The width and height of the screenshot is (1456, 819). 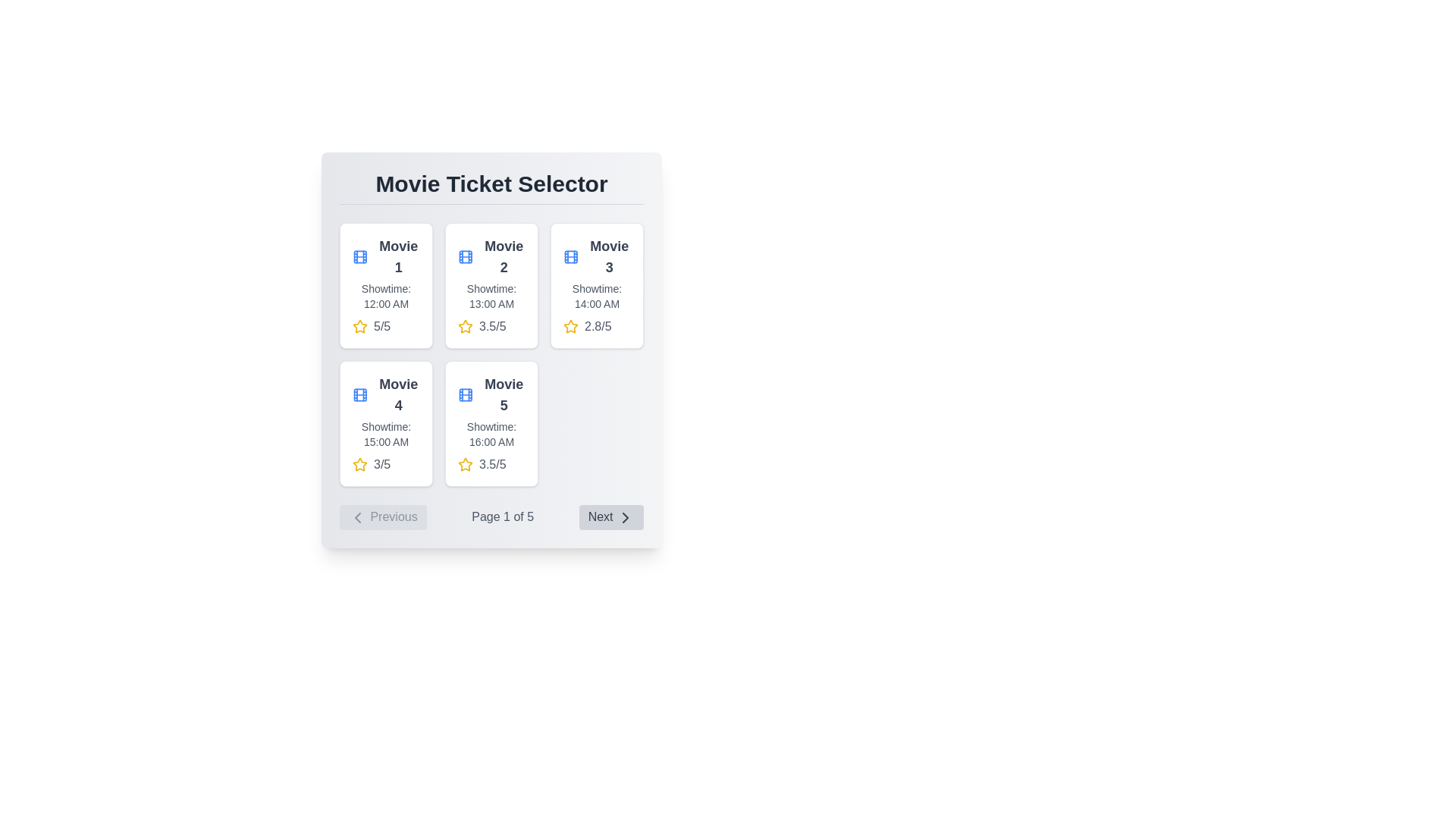 What do you see at coordinates (570, 256) in the screenshot?
I see `the interior rectangle of the movie reel icon` at bounding box center [570, 256].